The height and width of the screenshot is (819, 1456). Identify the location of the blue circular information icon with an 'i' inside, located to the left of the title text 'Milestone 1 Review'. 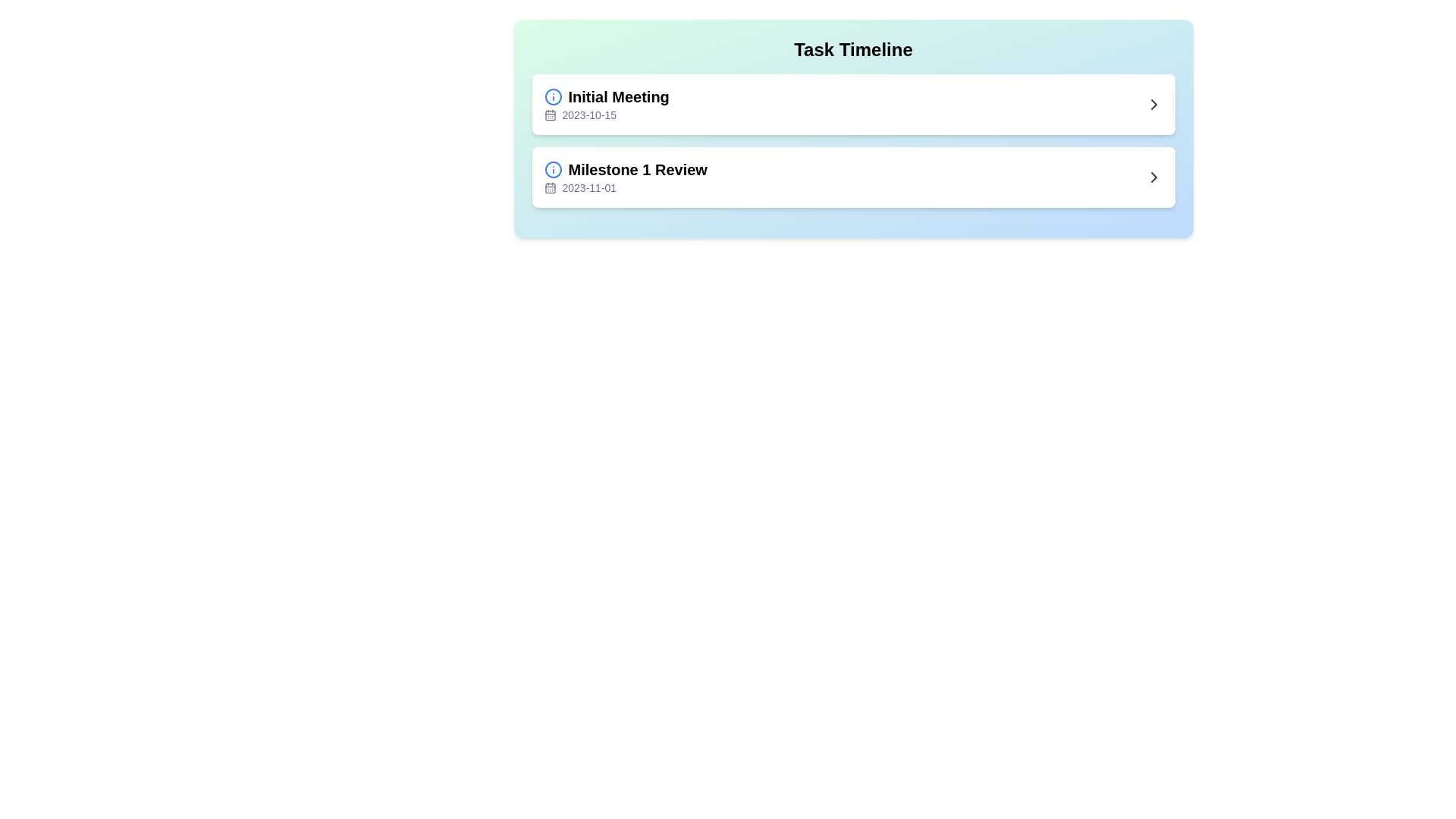
(552, 169).